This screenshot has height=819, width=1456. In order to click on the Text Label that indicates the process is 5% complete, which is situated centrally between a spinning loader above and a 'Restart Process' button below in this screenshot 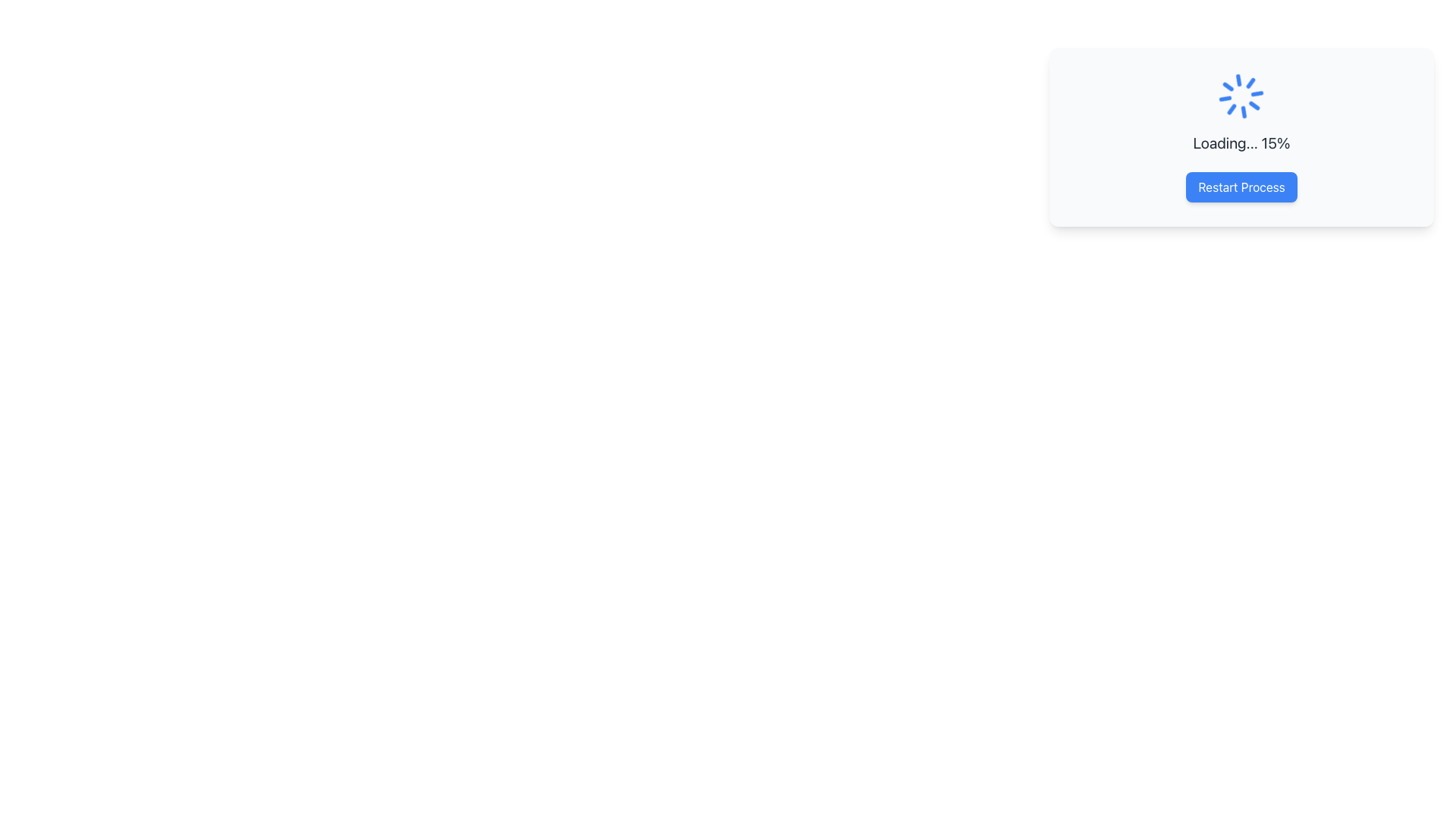, I will do `click(1241, 143)`.